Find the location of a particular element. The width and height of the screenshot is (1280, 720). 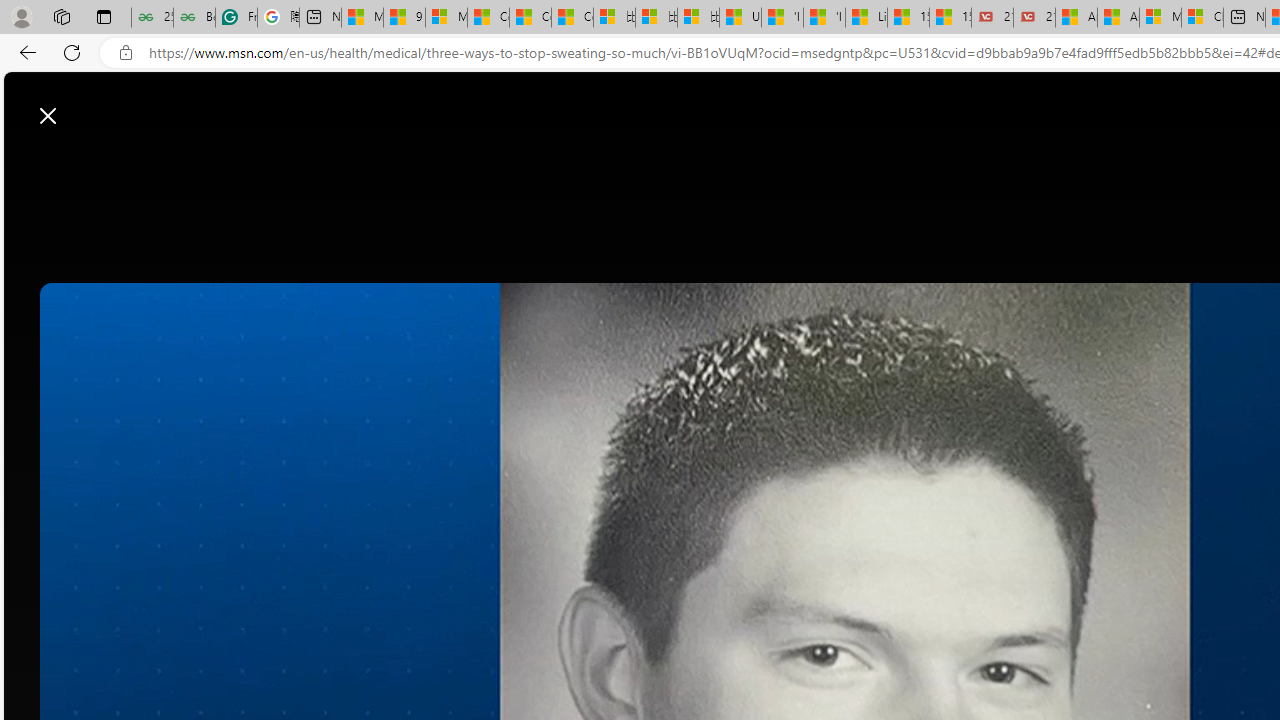

'15 Ways Modern Life Contradicts the Teachings of Jesus' is located at coordinates (950, 17).